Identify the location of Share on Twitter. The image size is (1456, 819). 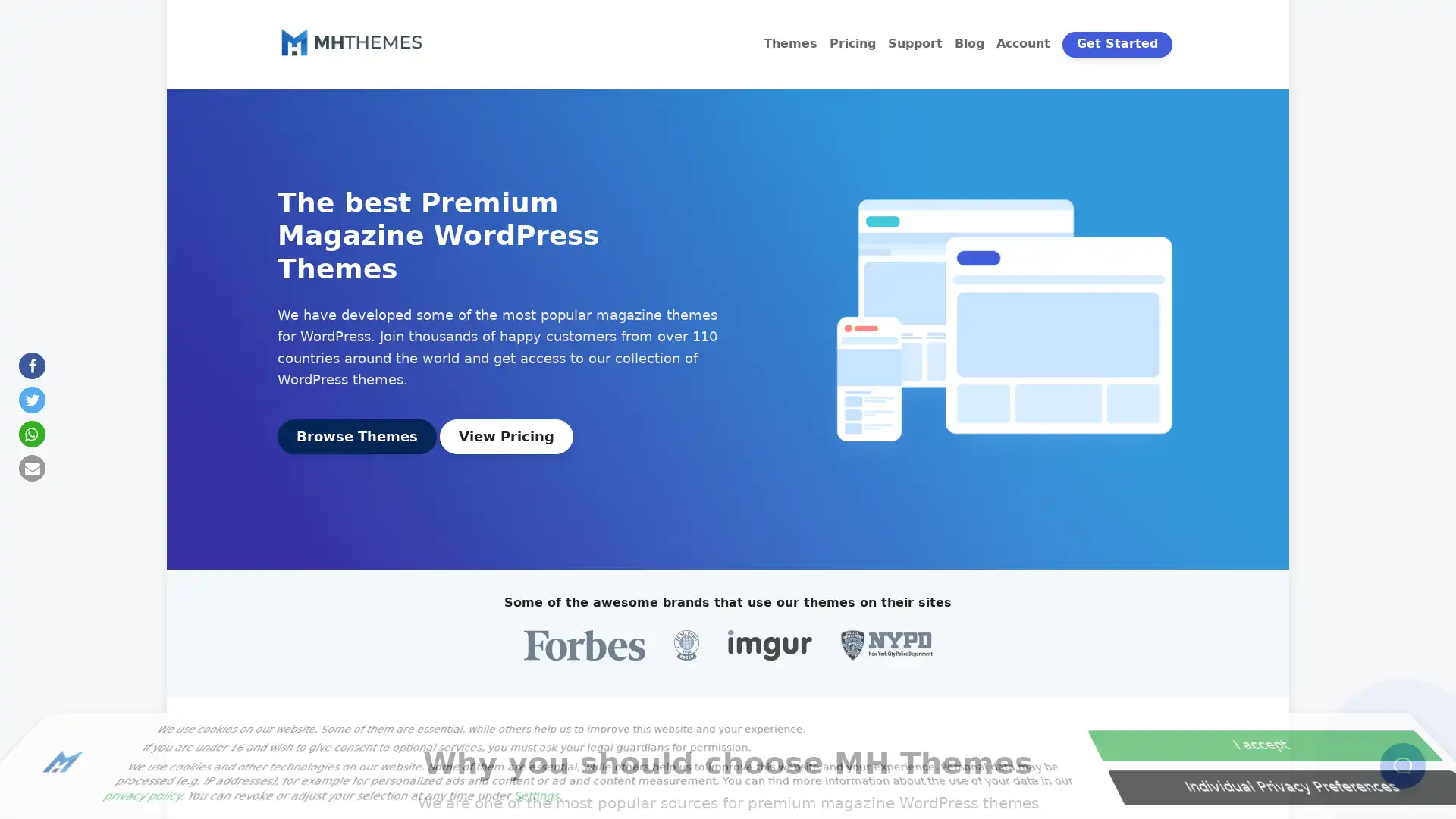
(32, 399).